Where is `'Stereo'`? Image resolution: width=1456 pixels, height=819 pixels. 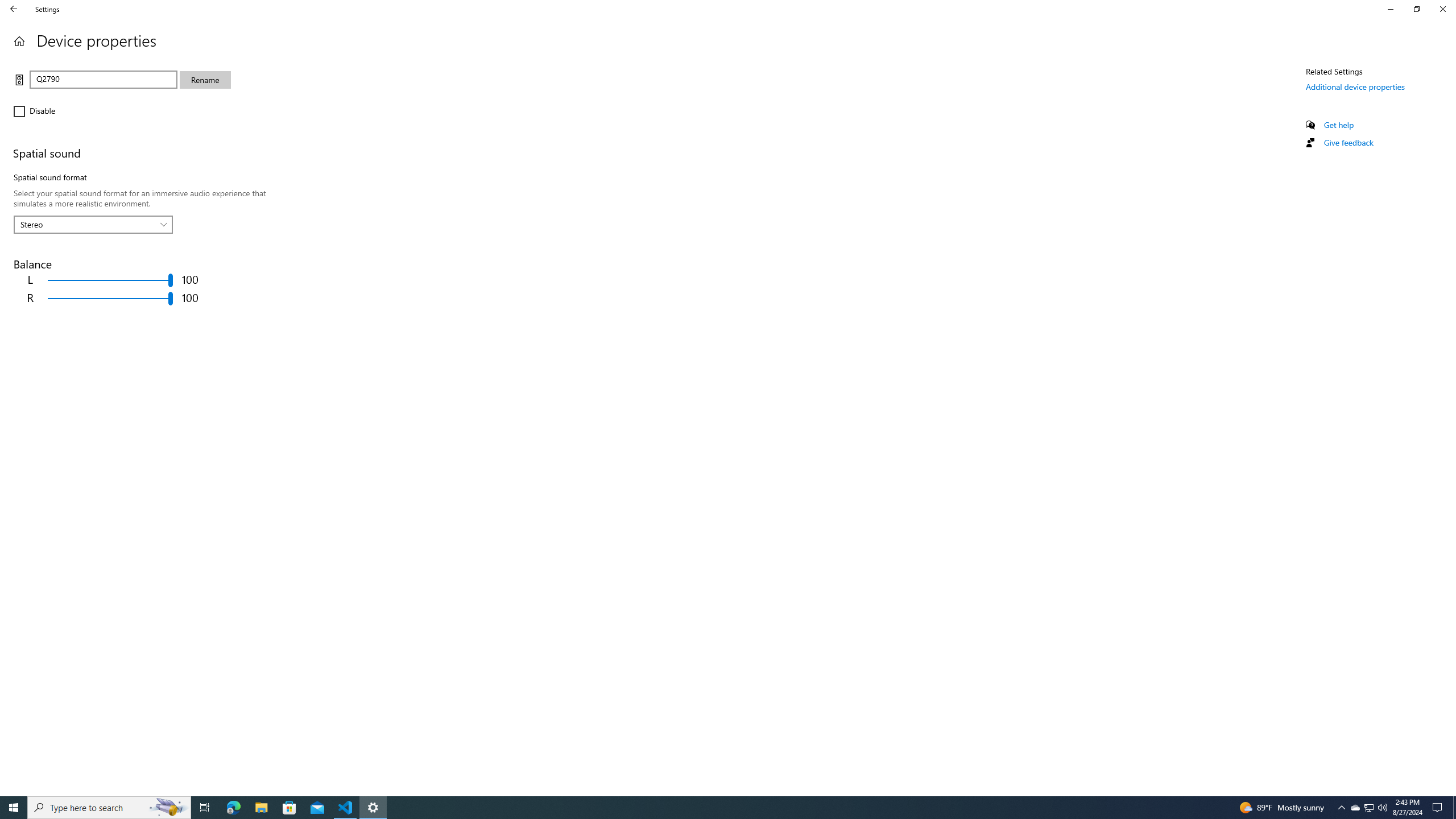
'Stereo' is located at coordinates (86, 224).